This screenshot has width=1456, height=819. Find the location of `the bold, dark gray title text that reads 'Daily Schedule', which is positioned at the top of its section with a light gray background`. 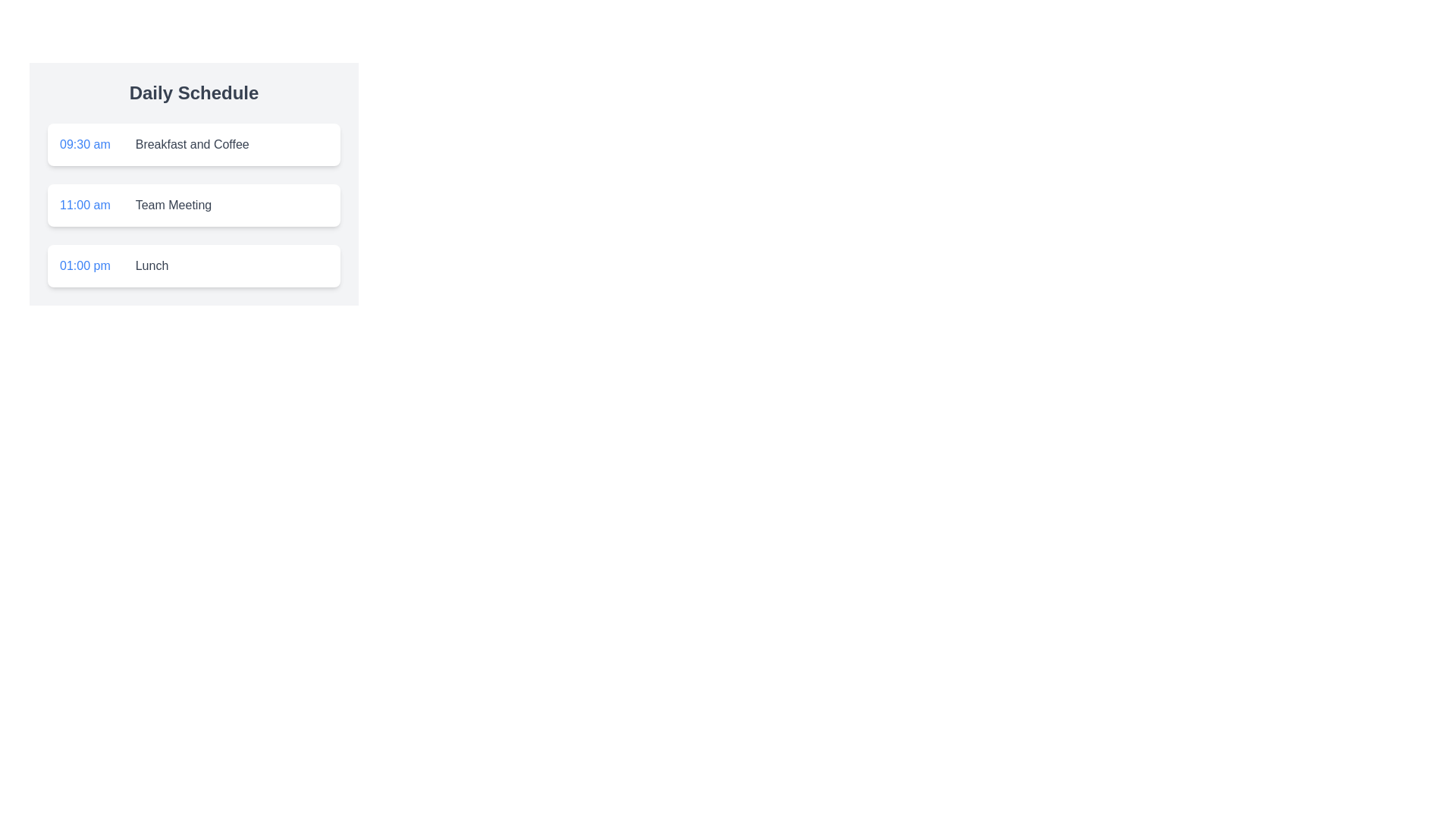

the bold, dark gray title text that reads 'Daily Schedule', which is positioned at the top of its section with a light gray background is located at coordinates (193, 93).